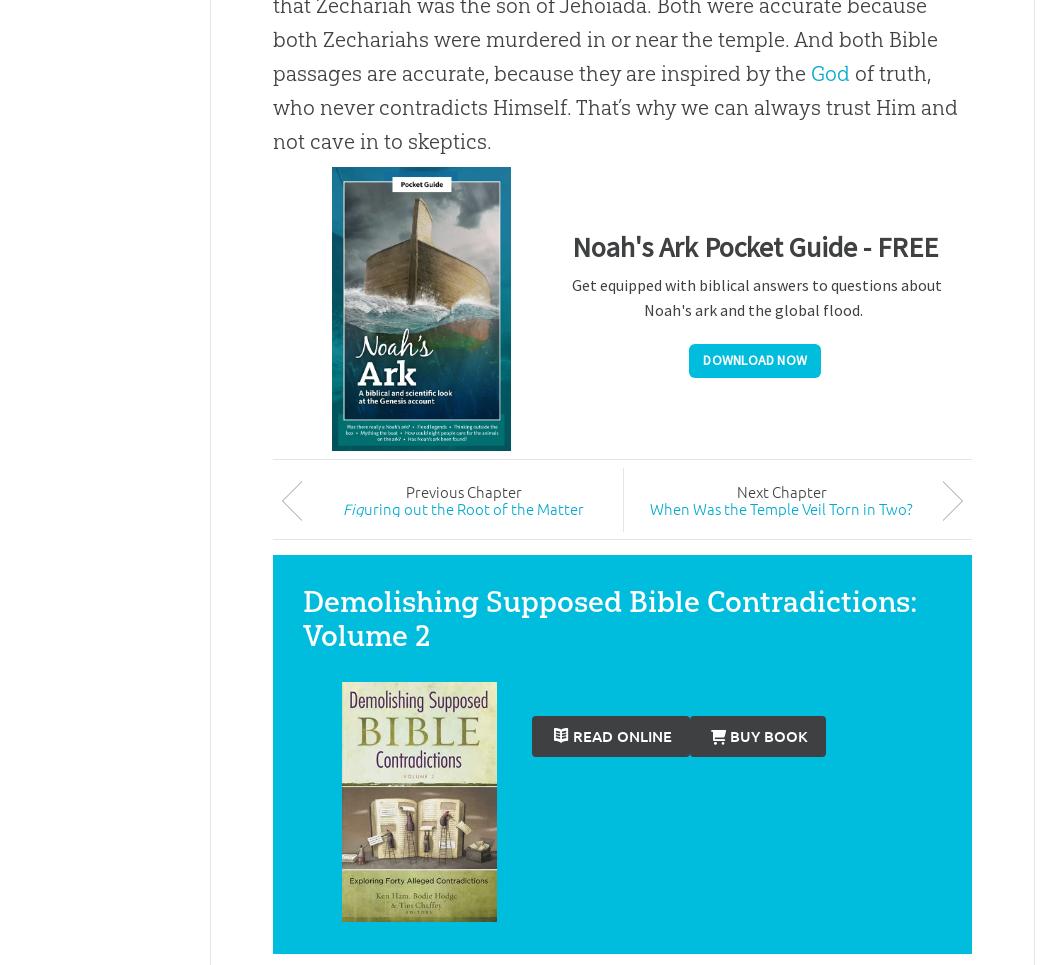 Image resolution: width=1050 pixels, height=965 pixels. What do you see at coordinates (450, 490) in the screenshot?
I see `'ious'` at bounding box center [450, 490].